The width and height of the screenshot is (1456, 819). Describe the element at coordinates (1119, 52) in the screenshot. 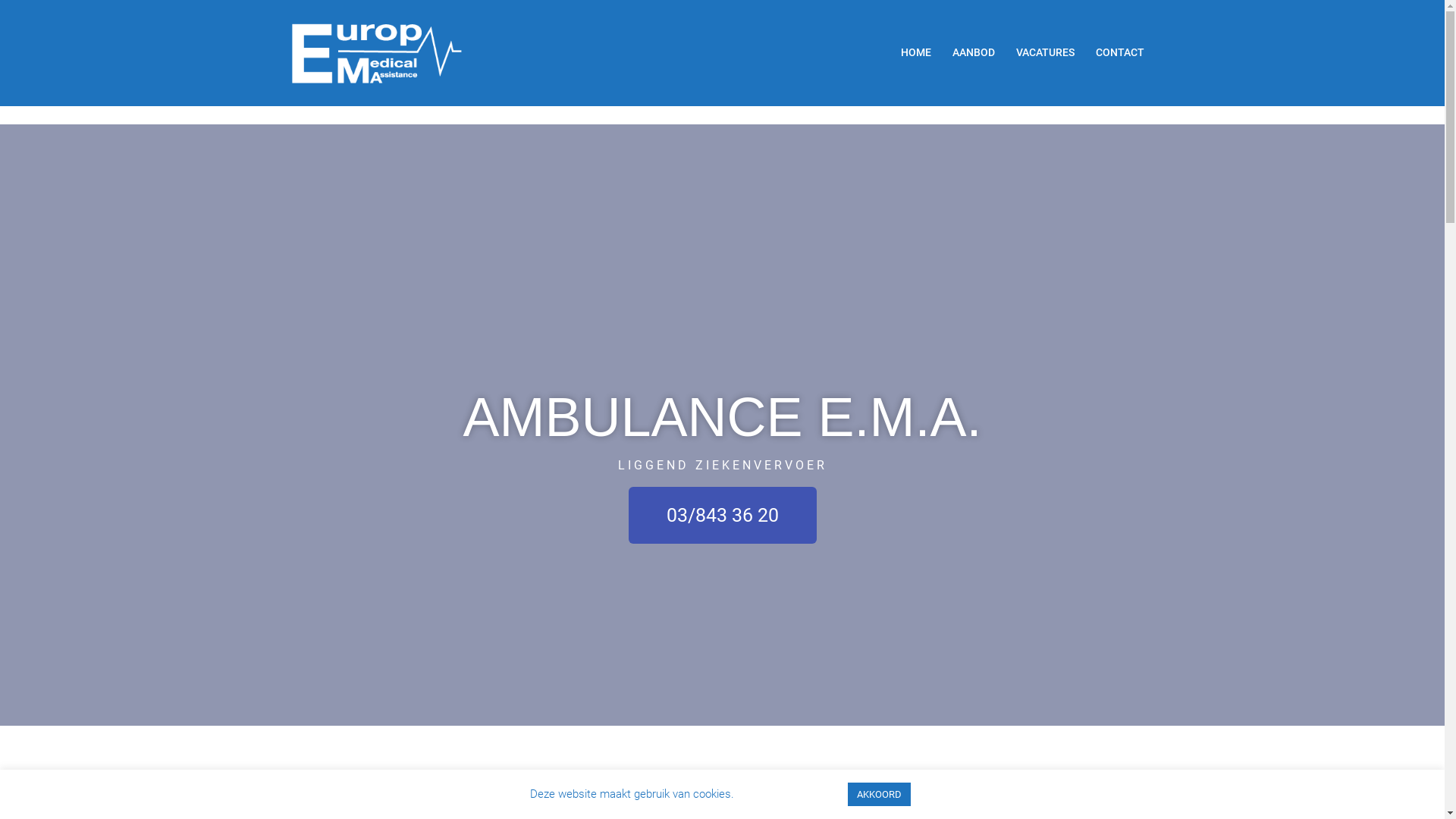

I see `'CONTACT'` at that location.